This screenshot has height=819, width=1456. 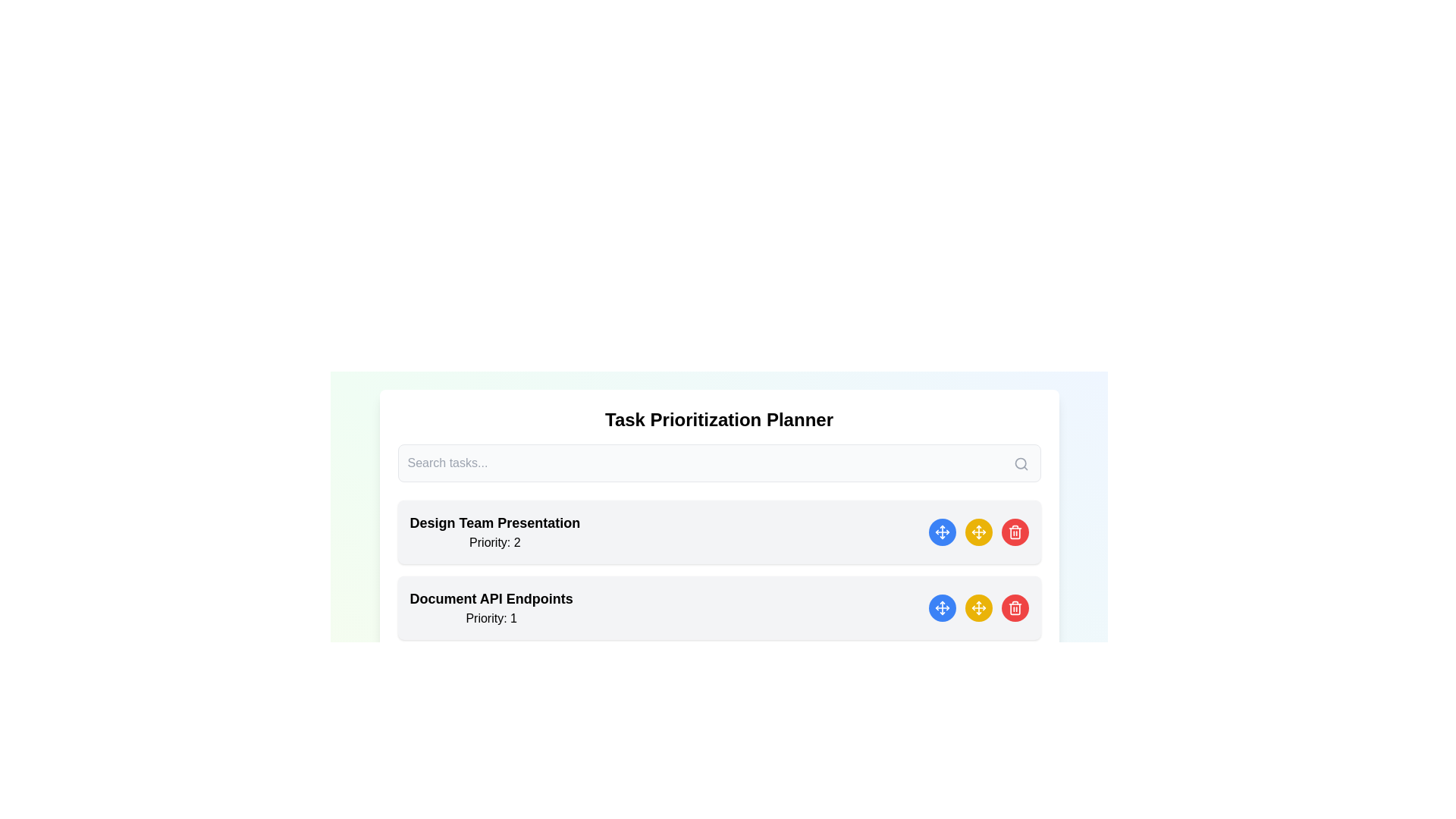 I want to click on the leftmost drag handle button in the first row of action buttons for 'Design Team Presentation' to initiate a drag-and-drop action, so click(x=941, y=532).